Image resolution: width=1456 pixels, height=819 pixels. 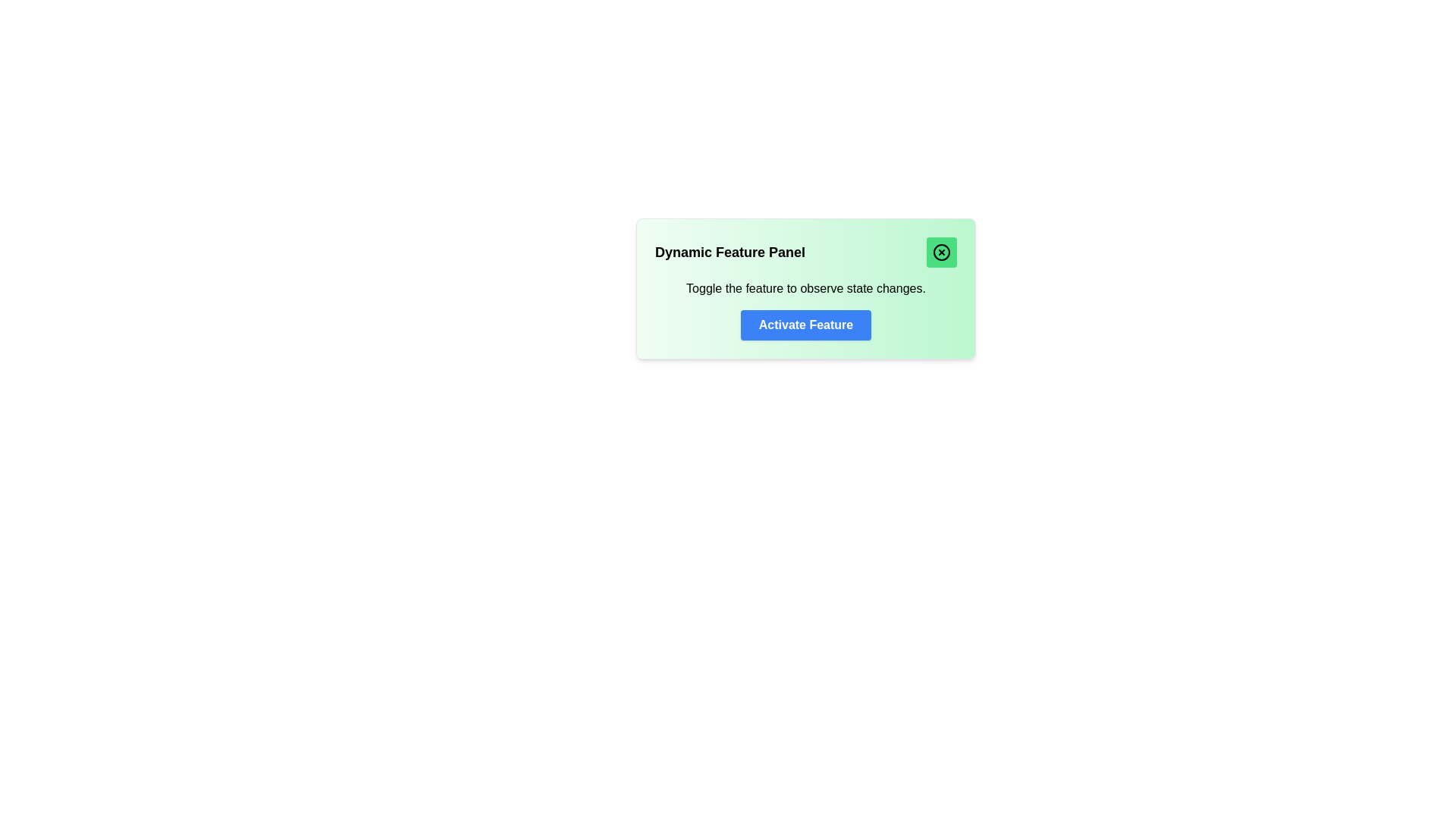 I want to click on the 'Dynamic Feature Panel' to understand the feature purpose, so click(x=805, y=289).